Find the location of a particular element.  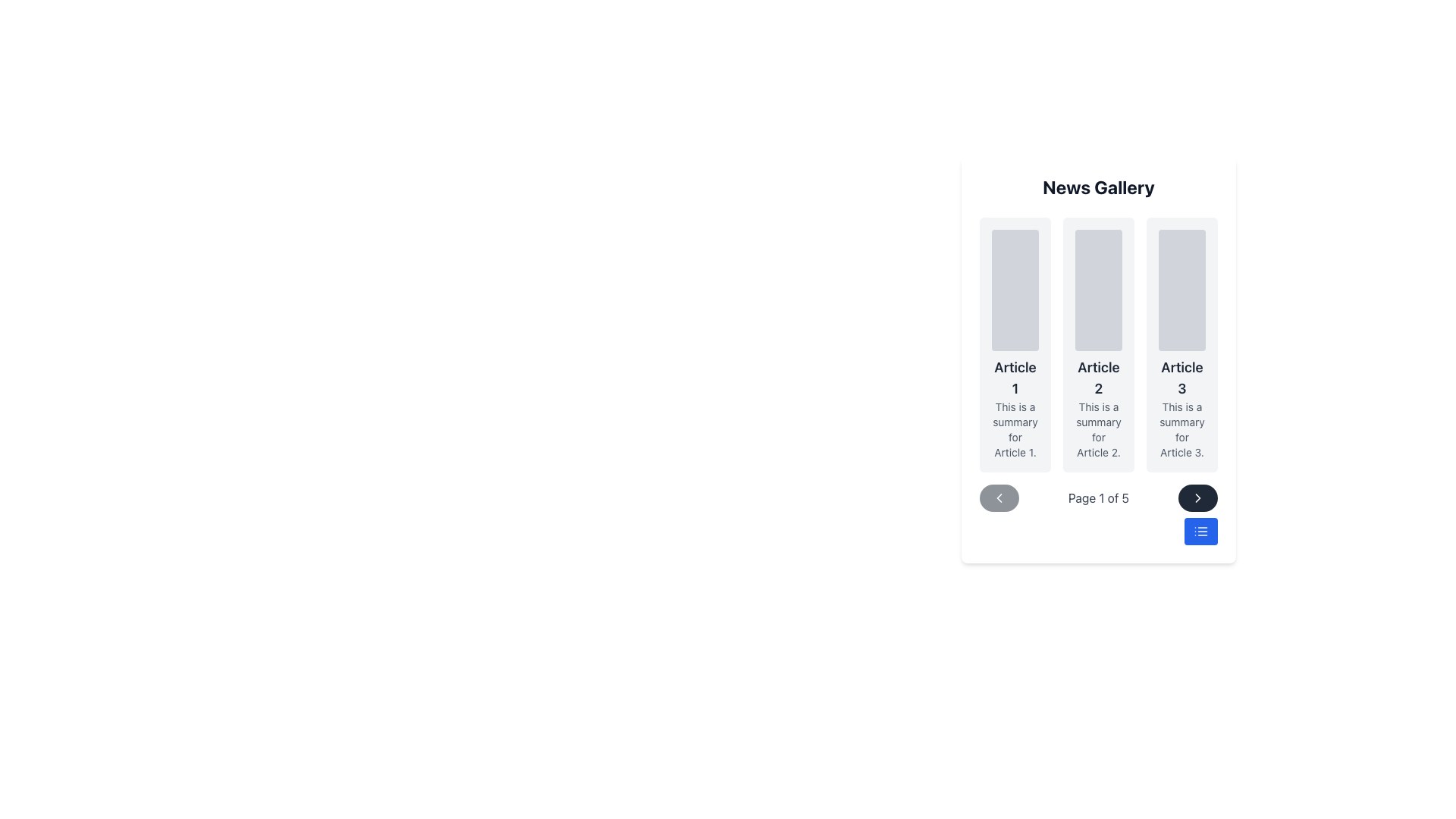

the right-pointing chevron-shaped arrow icon in the bottom right corner of the 'News Gallery' section to move to the next page is located at coordinates (1197, 497).